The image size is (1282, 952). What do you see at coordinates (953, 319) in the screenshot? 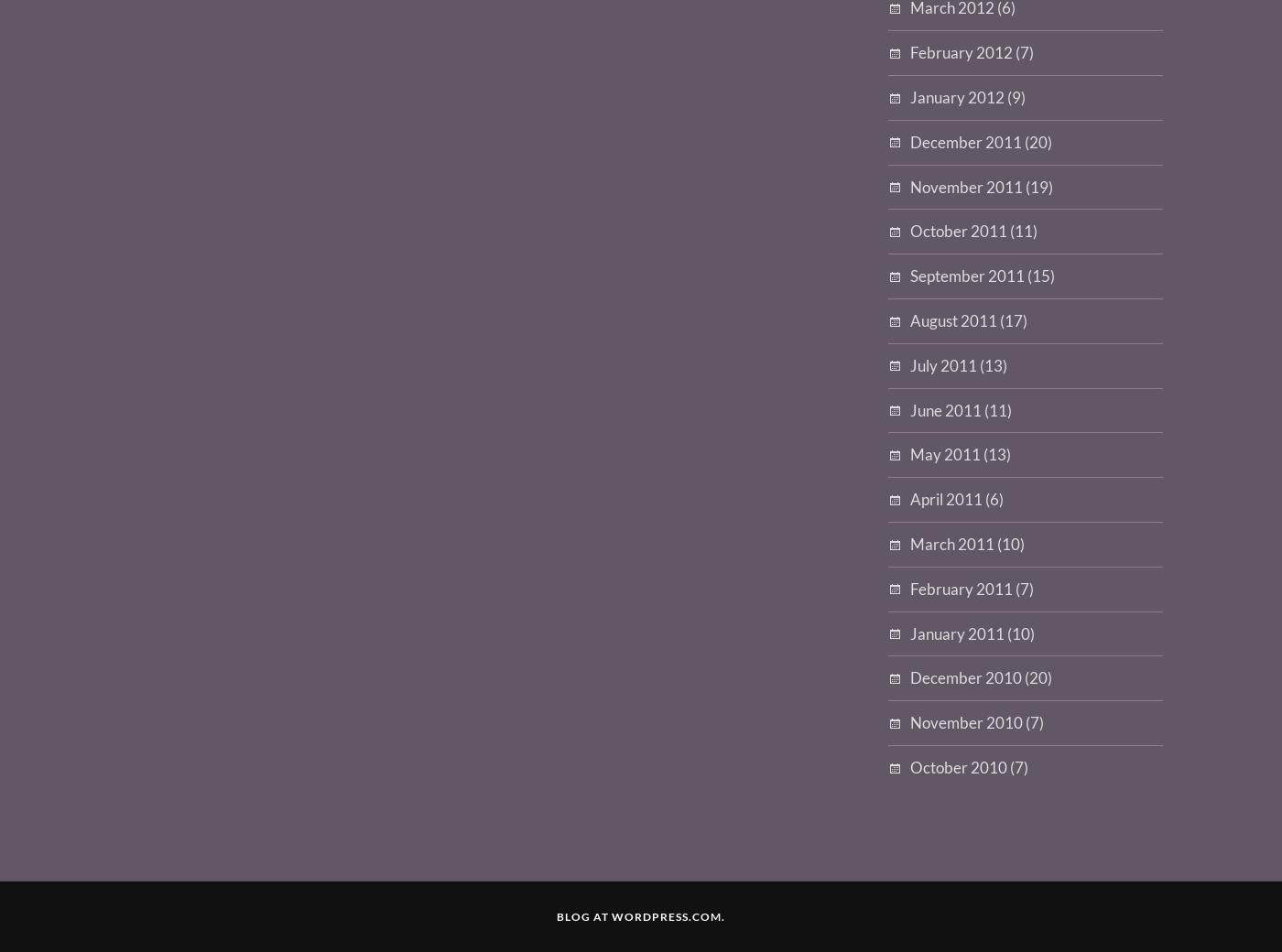
I see `'August 2011'` at bounding box center [953, 319].